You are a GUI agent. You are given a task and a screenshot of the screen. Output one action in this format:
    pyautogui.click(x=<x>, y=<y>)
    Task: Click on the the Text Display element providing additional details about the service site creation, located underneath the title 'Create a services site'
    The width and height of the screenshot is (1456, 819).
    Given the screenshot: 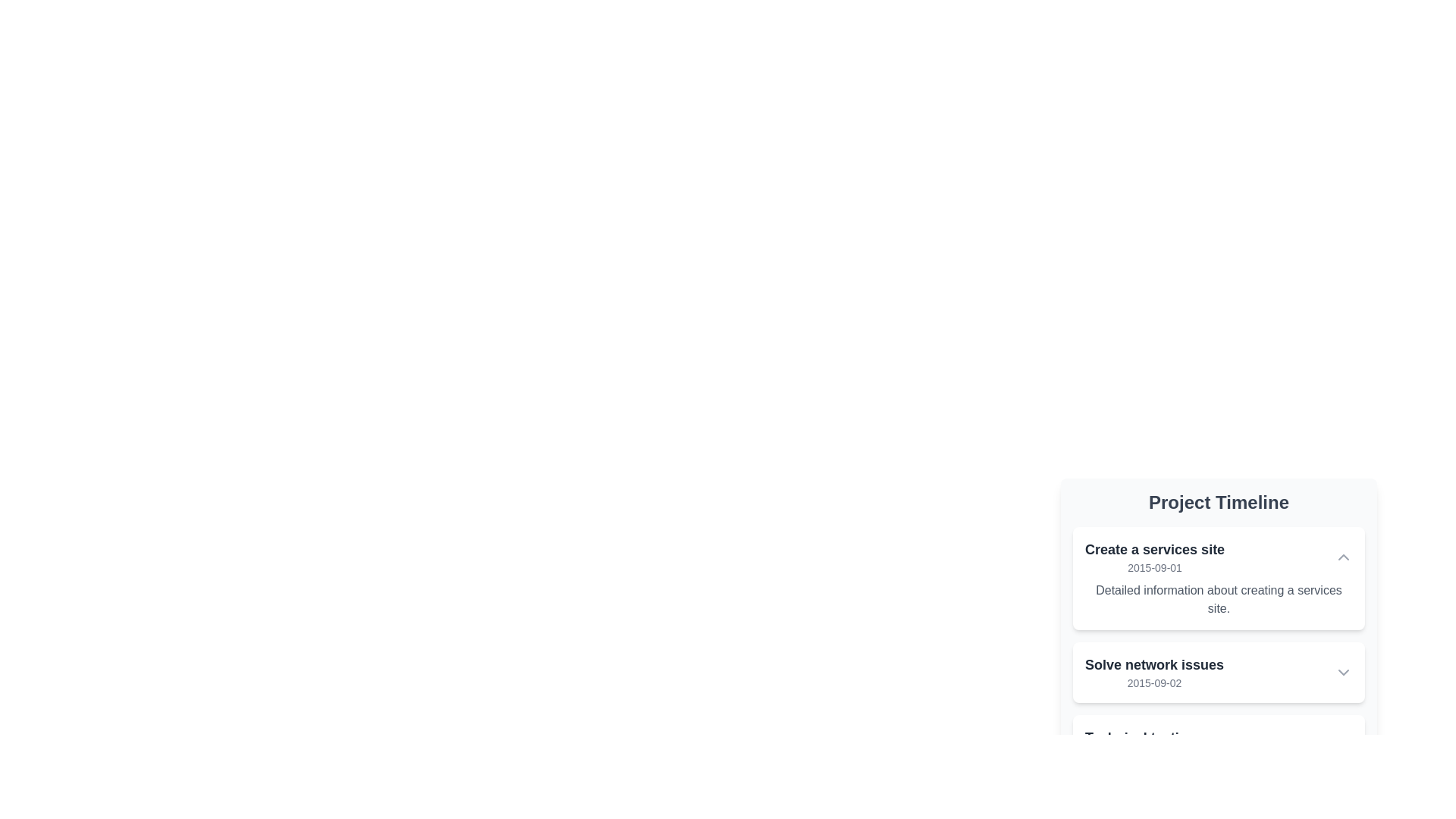 What is the action you would take?
    pyautogui.click(x=1219, y=598)
    